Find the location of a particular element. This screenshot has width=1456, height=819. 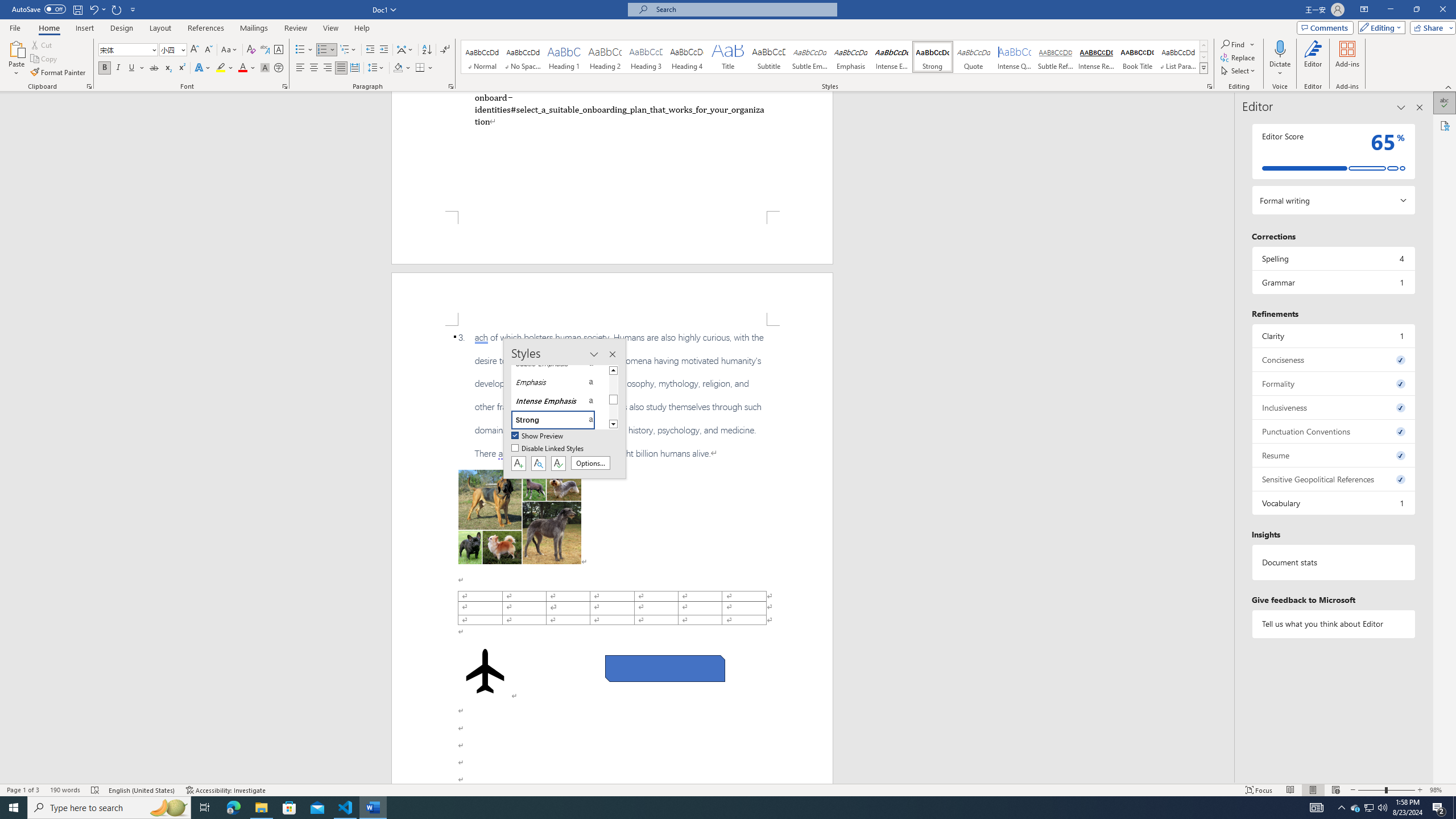

'Quote' is located at coordinates (974, 56).